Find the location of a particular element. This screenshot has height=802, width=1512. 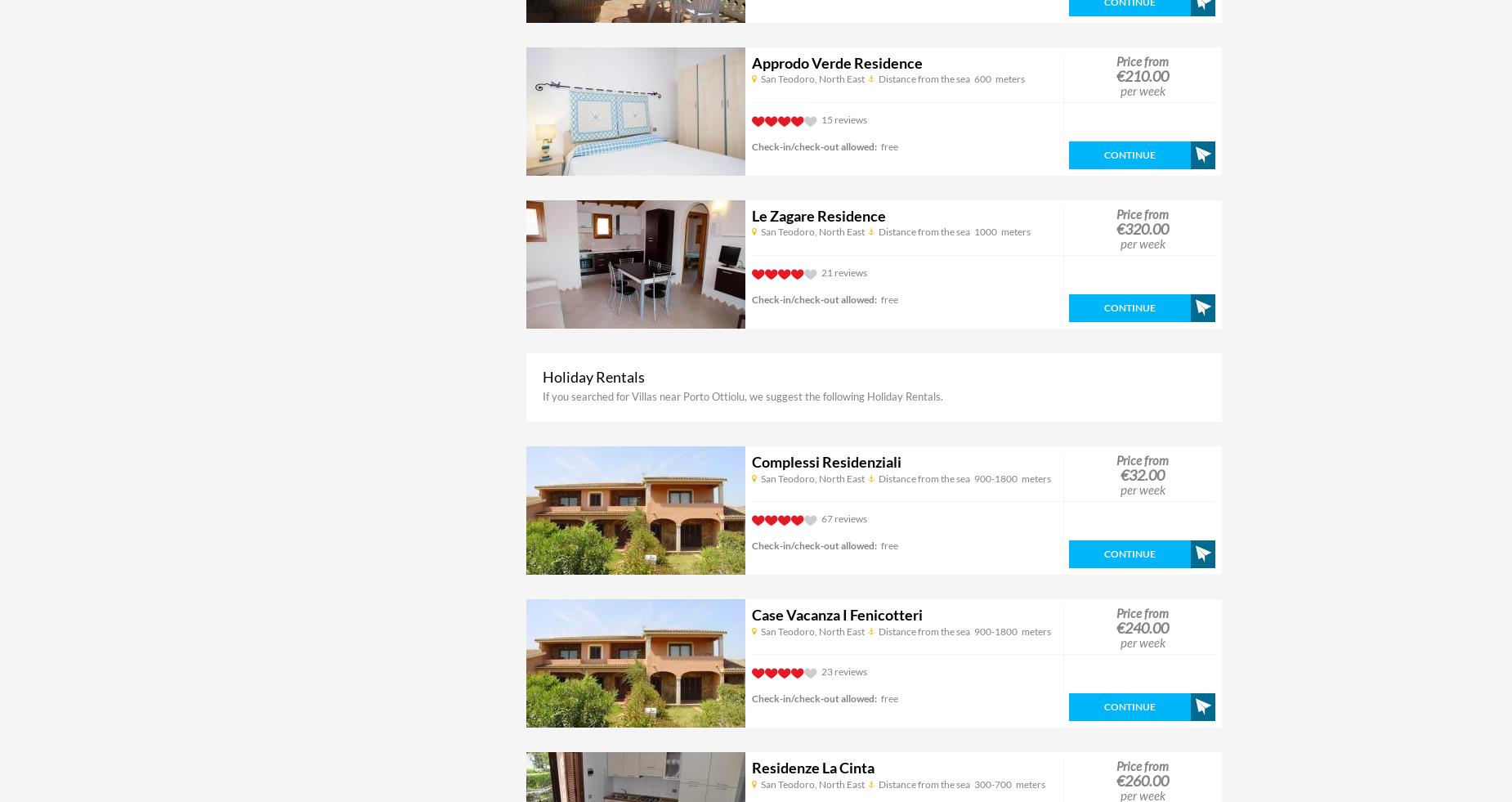

'600' is located at coordinates (981, 78).